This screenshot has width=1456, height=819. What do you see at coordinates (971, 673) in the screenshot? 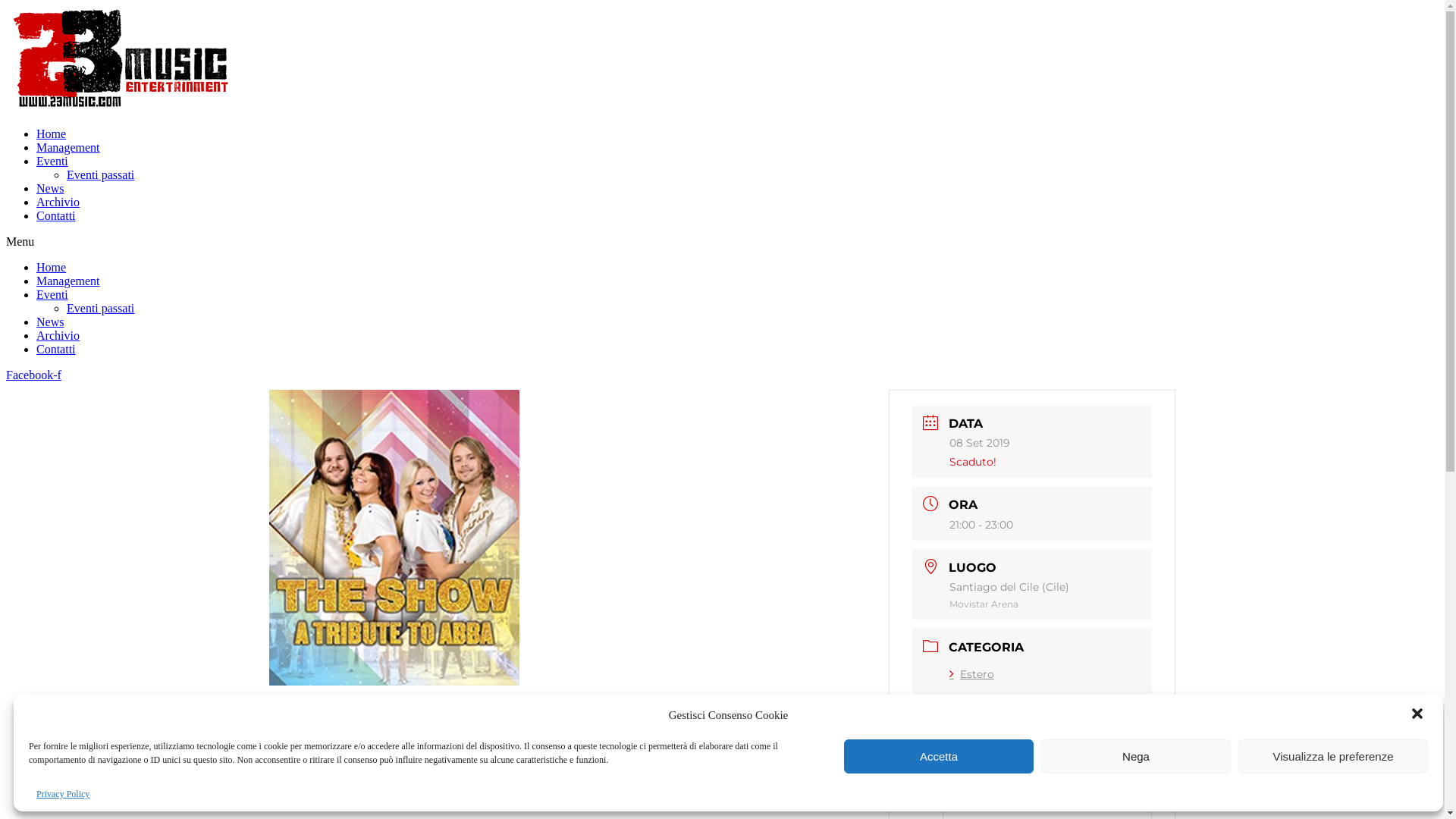
I see `'Estero'` at bounding box center [971, 673].